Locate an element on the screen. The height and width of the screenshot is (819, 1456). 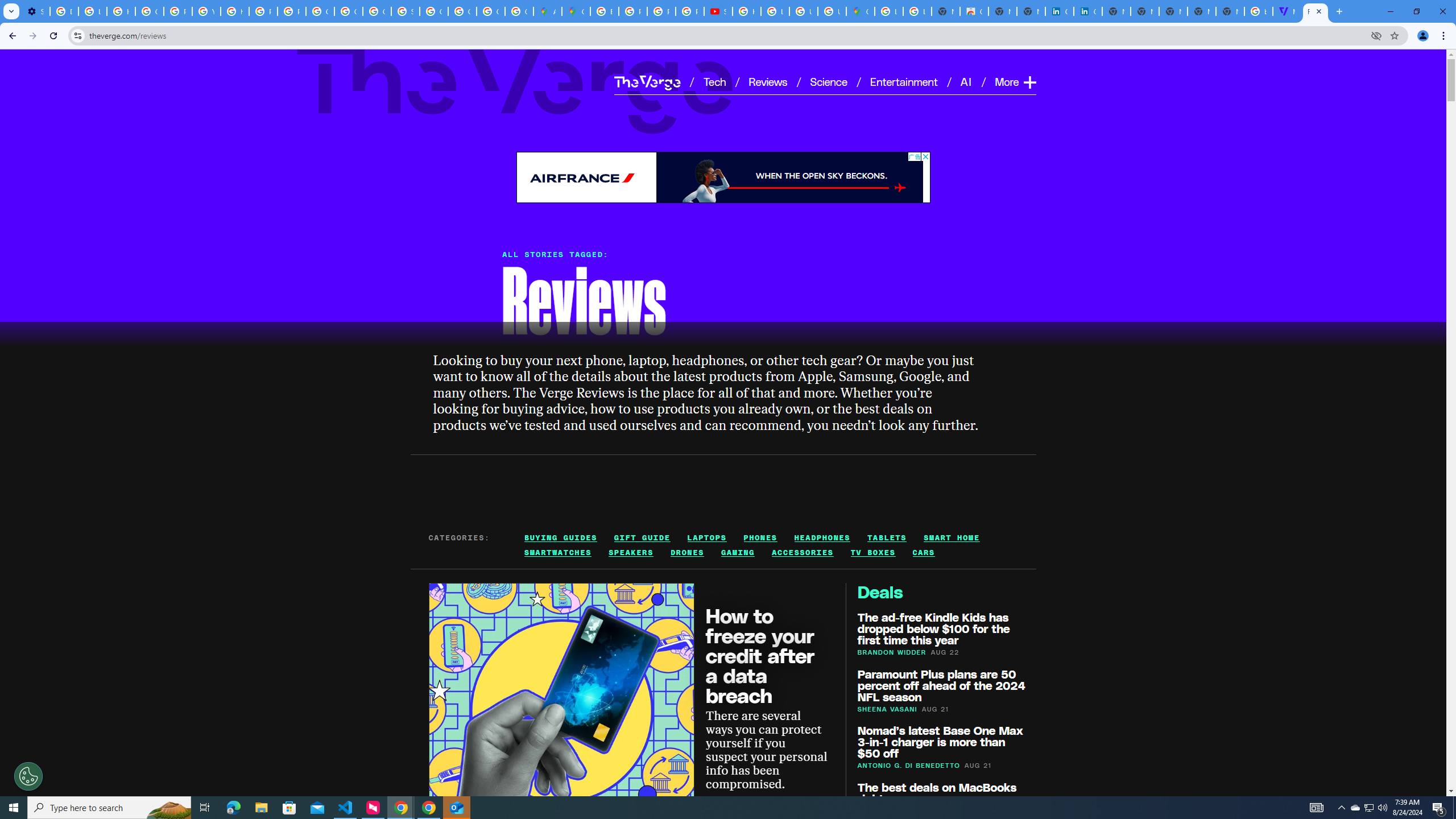
'TABLETS' is located at coordinates (887, 537).